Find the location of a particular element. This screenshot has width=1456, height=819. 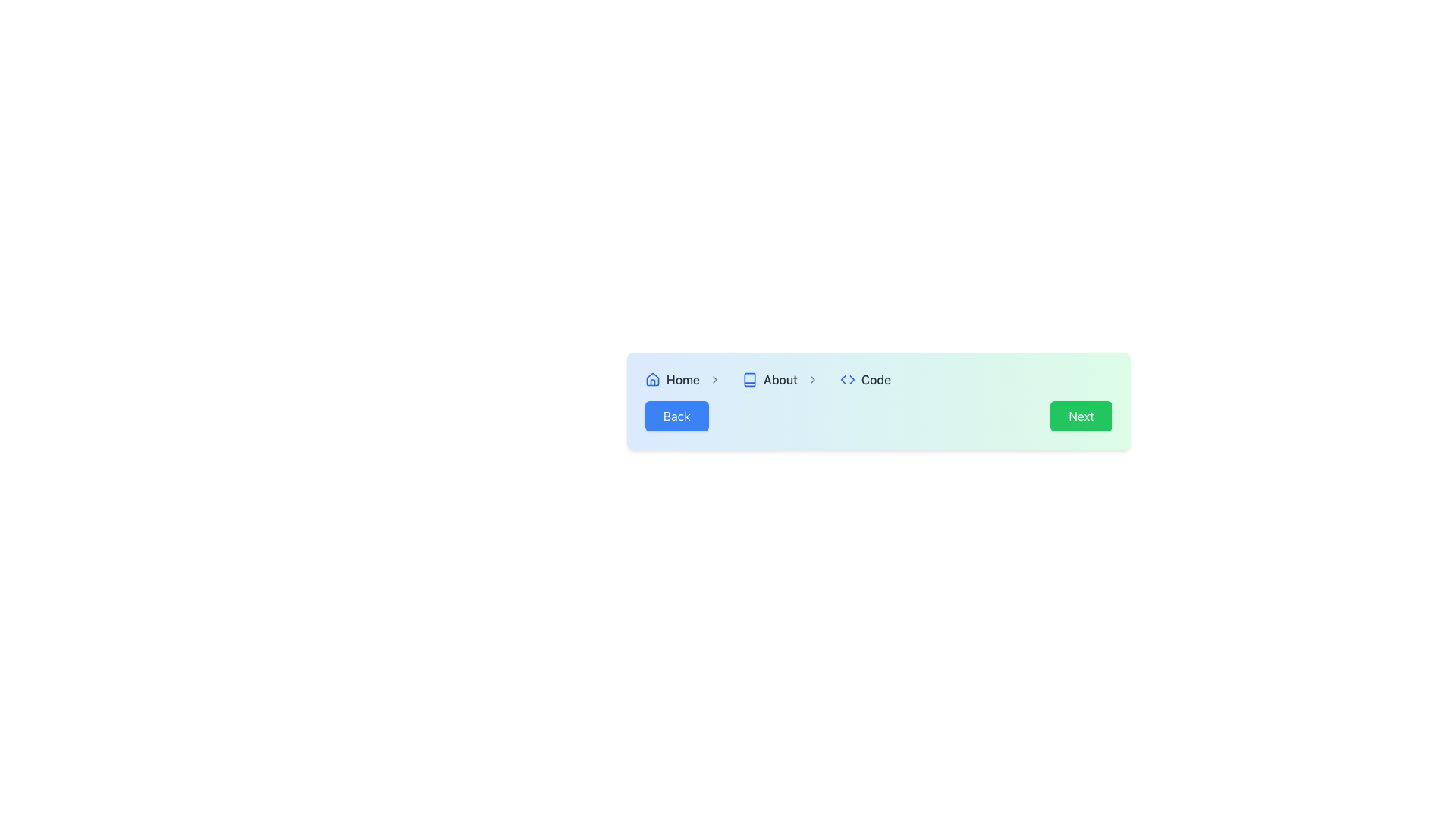

the Breadcrumb navigation bar is located at coordinates (878, 400).